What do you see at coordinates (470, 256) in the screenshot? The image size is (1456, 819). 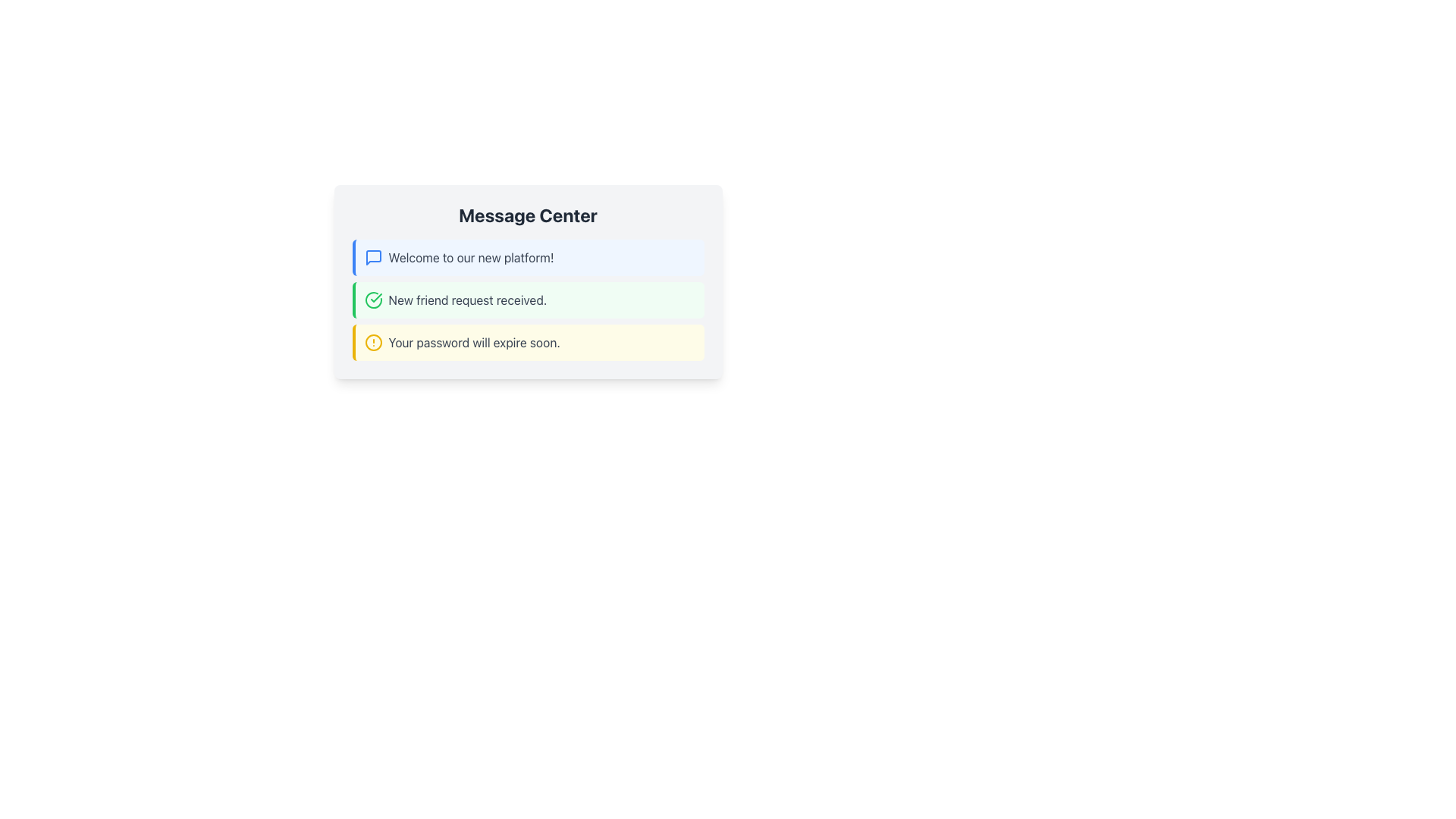 I see `message labeled 'Welcome to our new platform!' in the notification card with a light blue background and blue left border, located in the 'Message Center' panel` at bounding box center [470, 256].